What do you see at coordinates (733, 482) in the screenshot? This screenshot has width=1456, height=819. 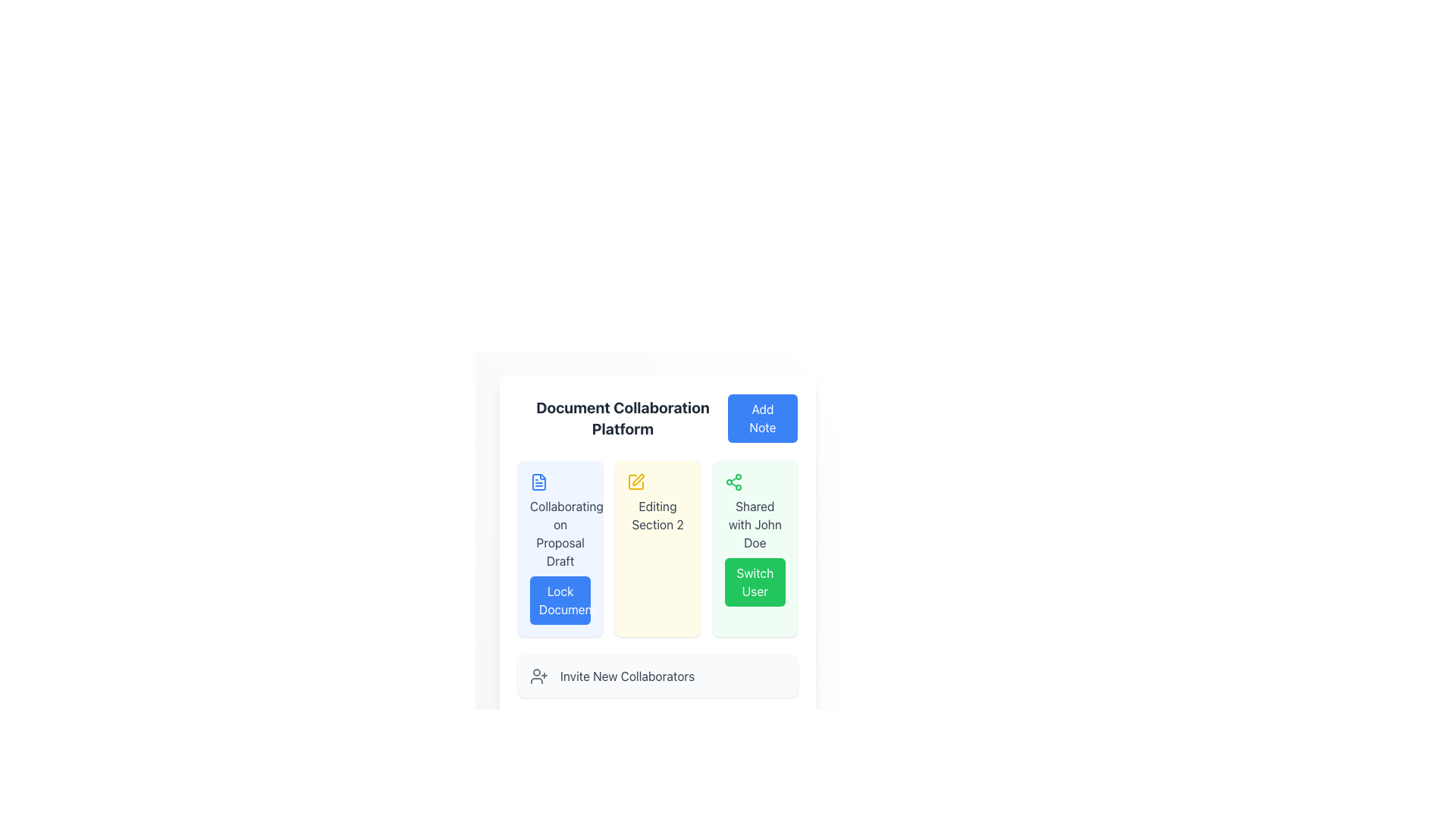 I see `the sharing icon located at the top left corner of the green-highlighted card labeled 'Shared with John Doe', positioned in the third column of the main layout grid, above the 'Switch User' button` at bounding box center [733, 482].